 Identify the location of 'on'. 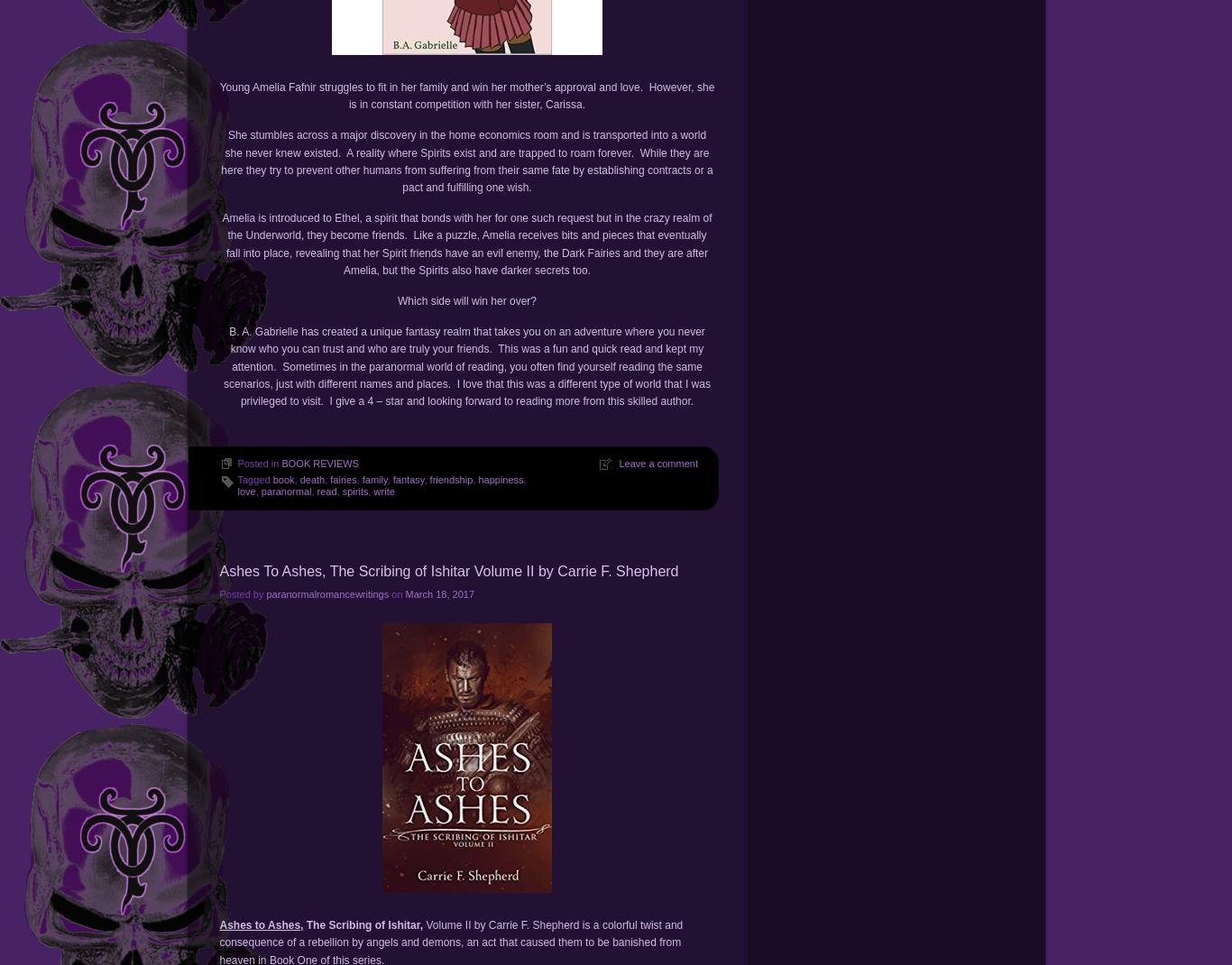
(395, 593).